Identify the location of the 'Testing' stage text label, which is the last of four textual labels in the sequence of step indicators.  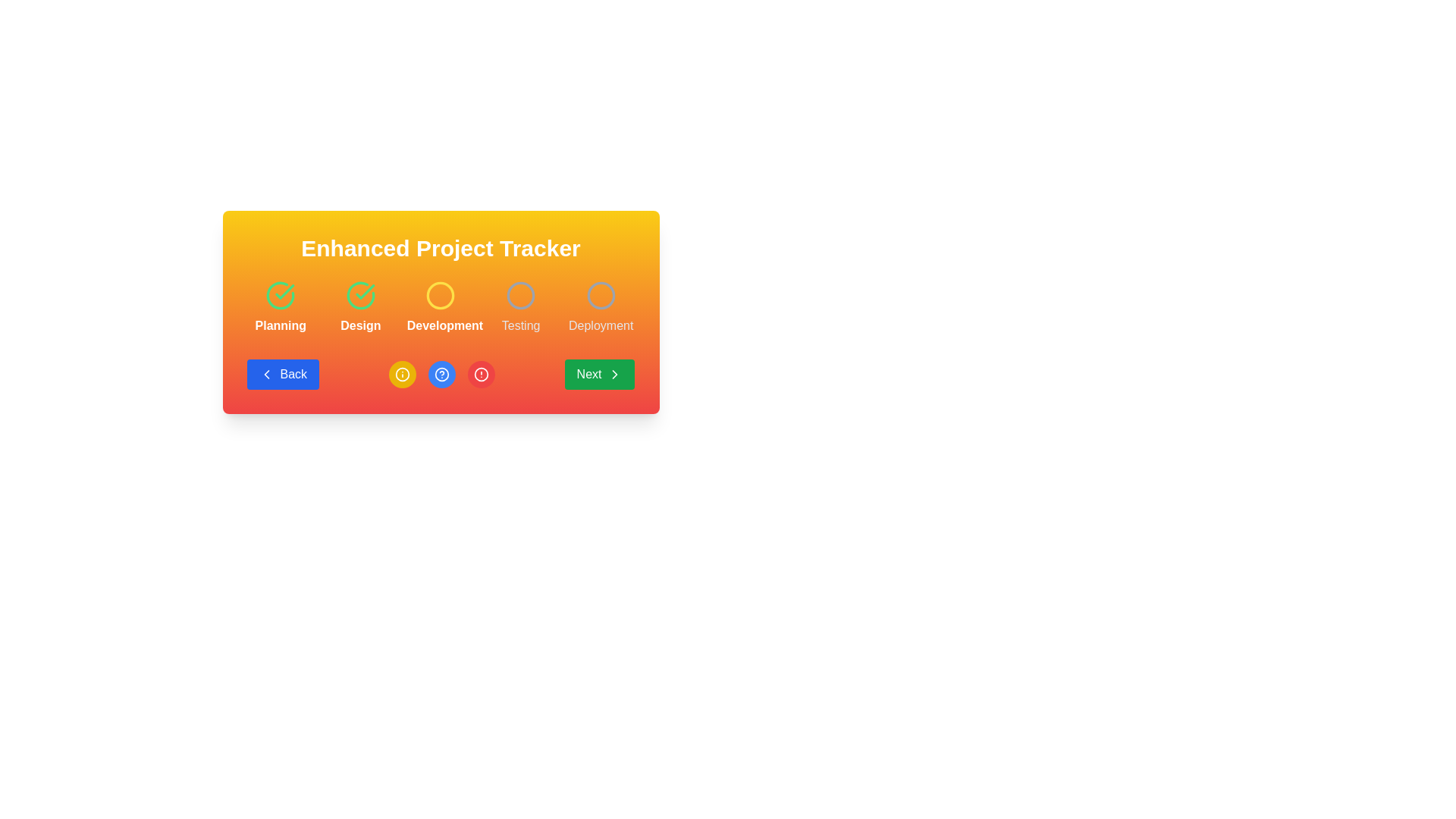
(521, 325).